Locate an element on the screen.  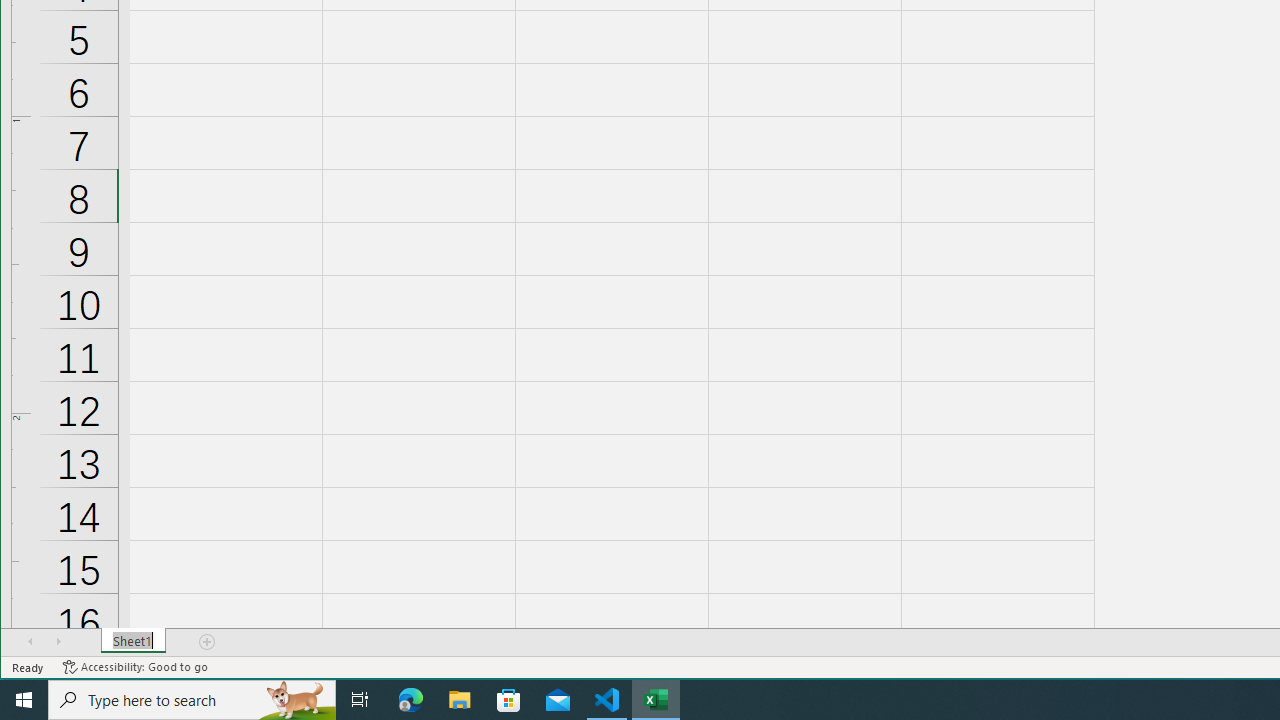
'Accessibility Checker Accessibility: Good to go' is located at coordinates (134, 667).